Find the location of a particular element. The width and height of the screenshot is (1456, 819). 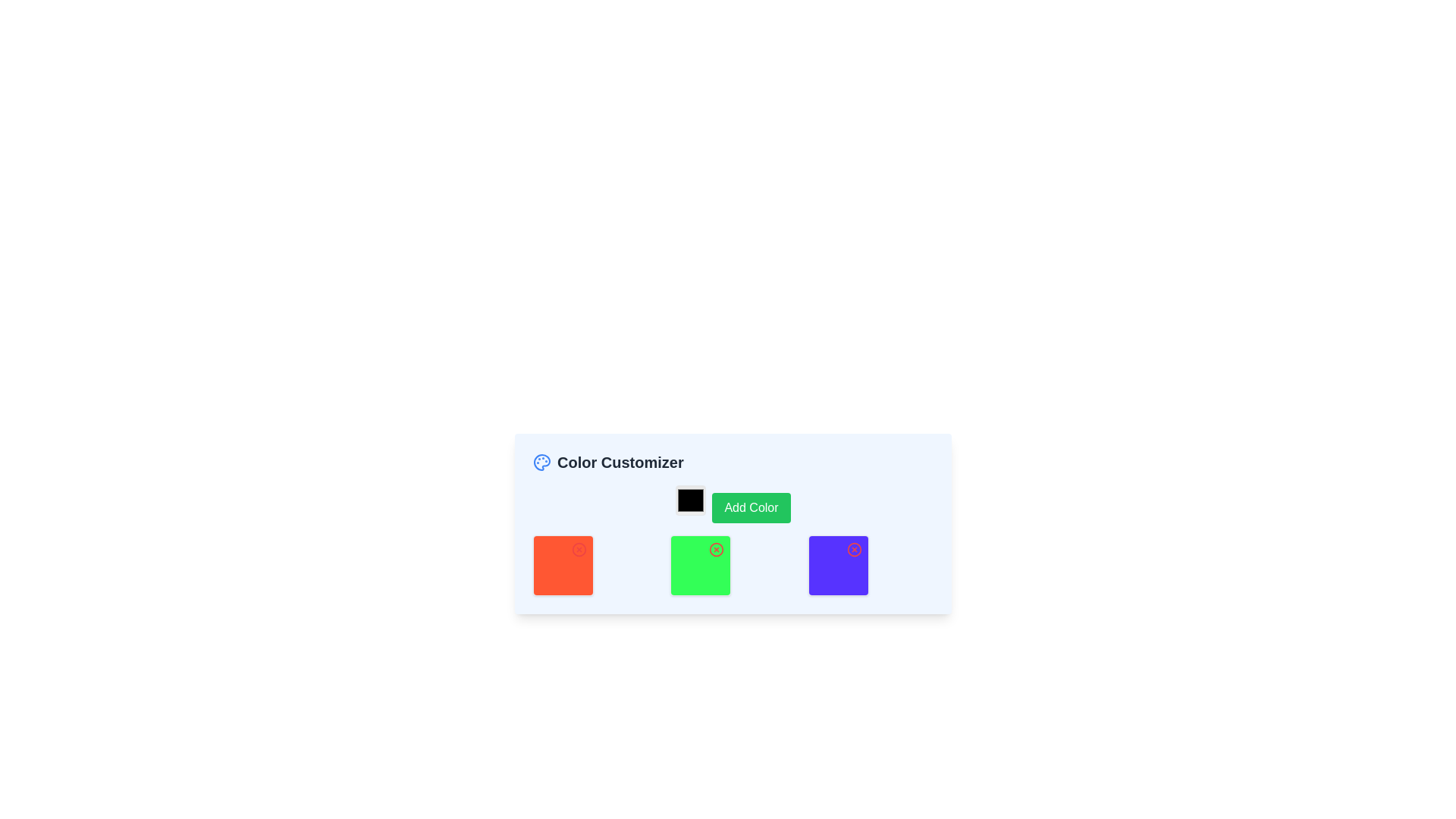

the delete button on the vivid purple square block with rounded corners is located at coordinates (837, 565).